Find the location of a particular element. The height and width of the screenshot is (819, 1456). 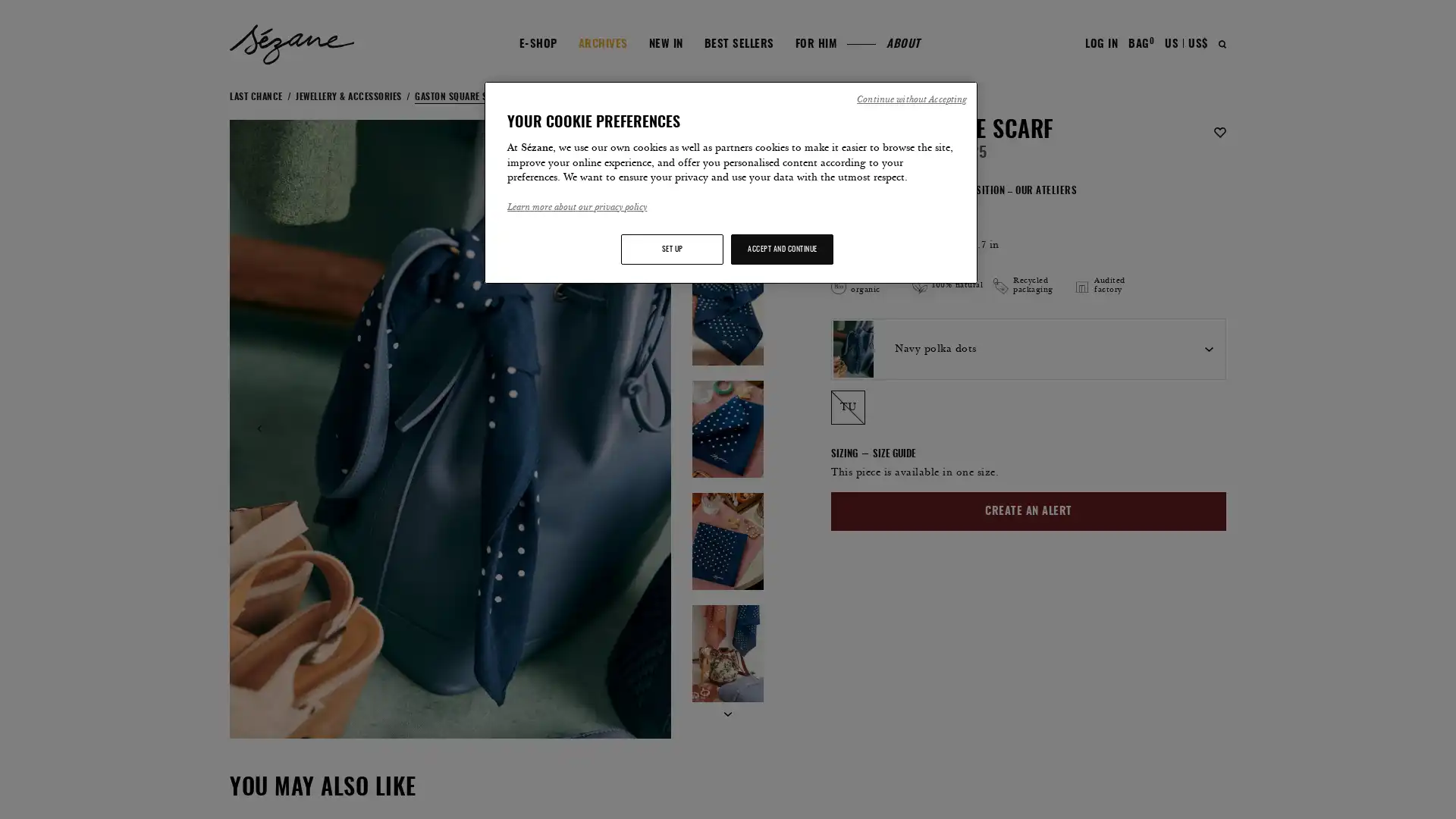

SIZE GUIDE is located at coordinates (889, 453).